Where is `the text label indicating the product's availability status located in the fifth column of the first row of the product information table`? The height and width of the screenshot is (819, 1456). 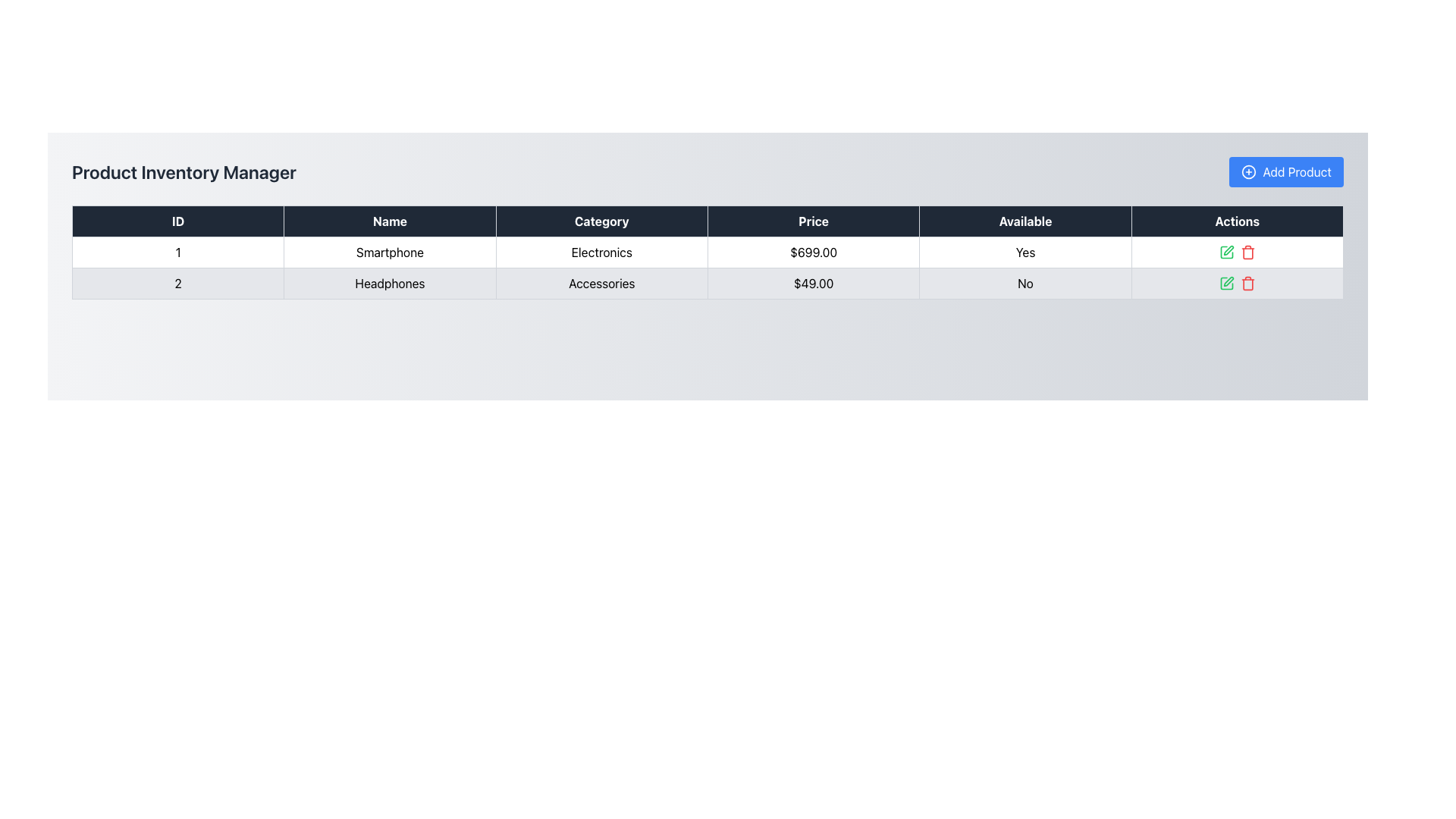
the text label indicating the product's availability status located in the fifth column of the first row of the product information table is located at coordinates (1025, 251).